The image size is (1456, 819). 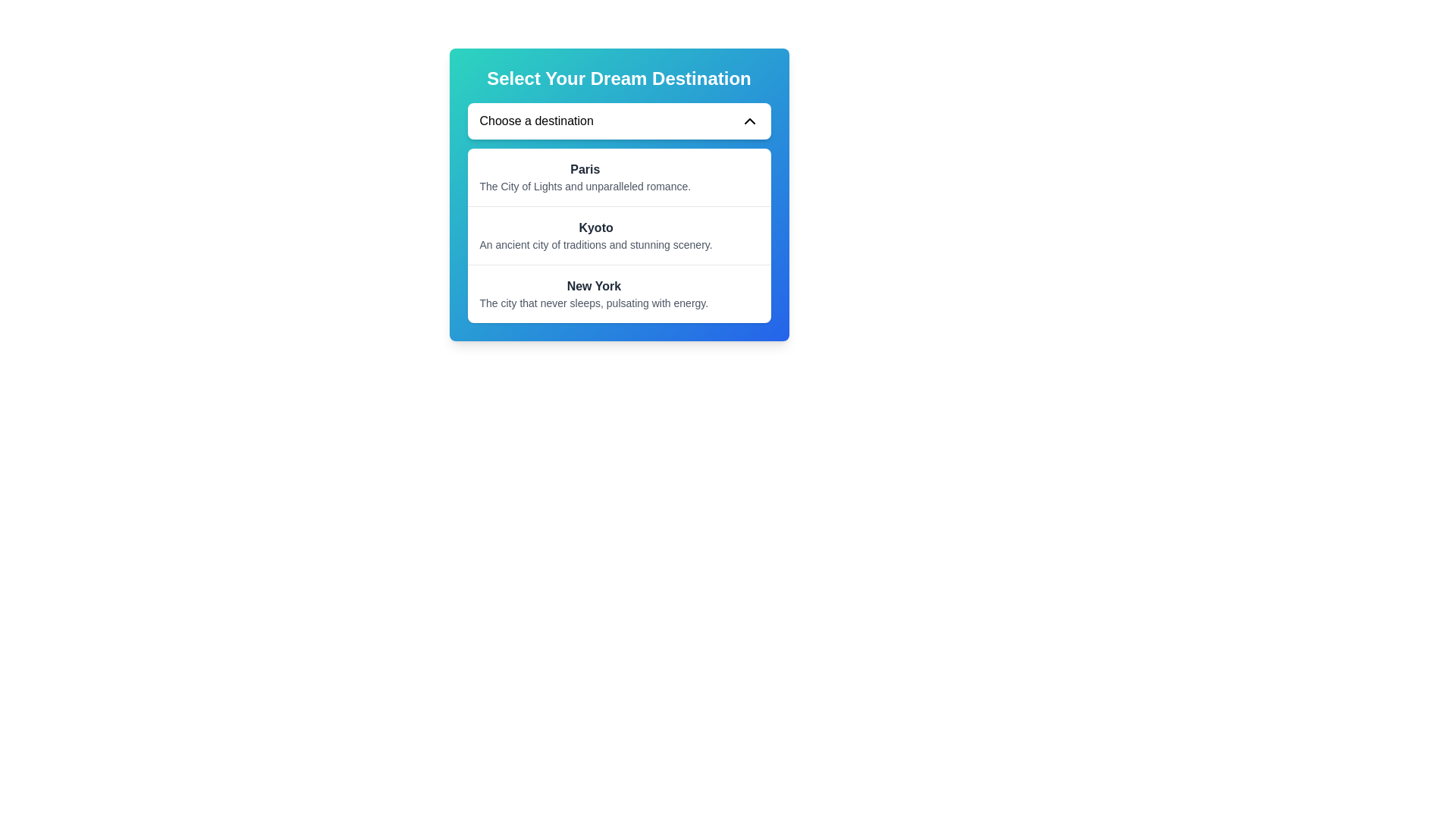 What do you see at coordinates (619, 235) in the screenshot?
I see `the second item in the dropdown menu that represents Kyoto` at bounding box center [619, 235].